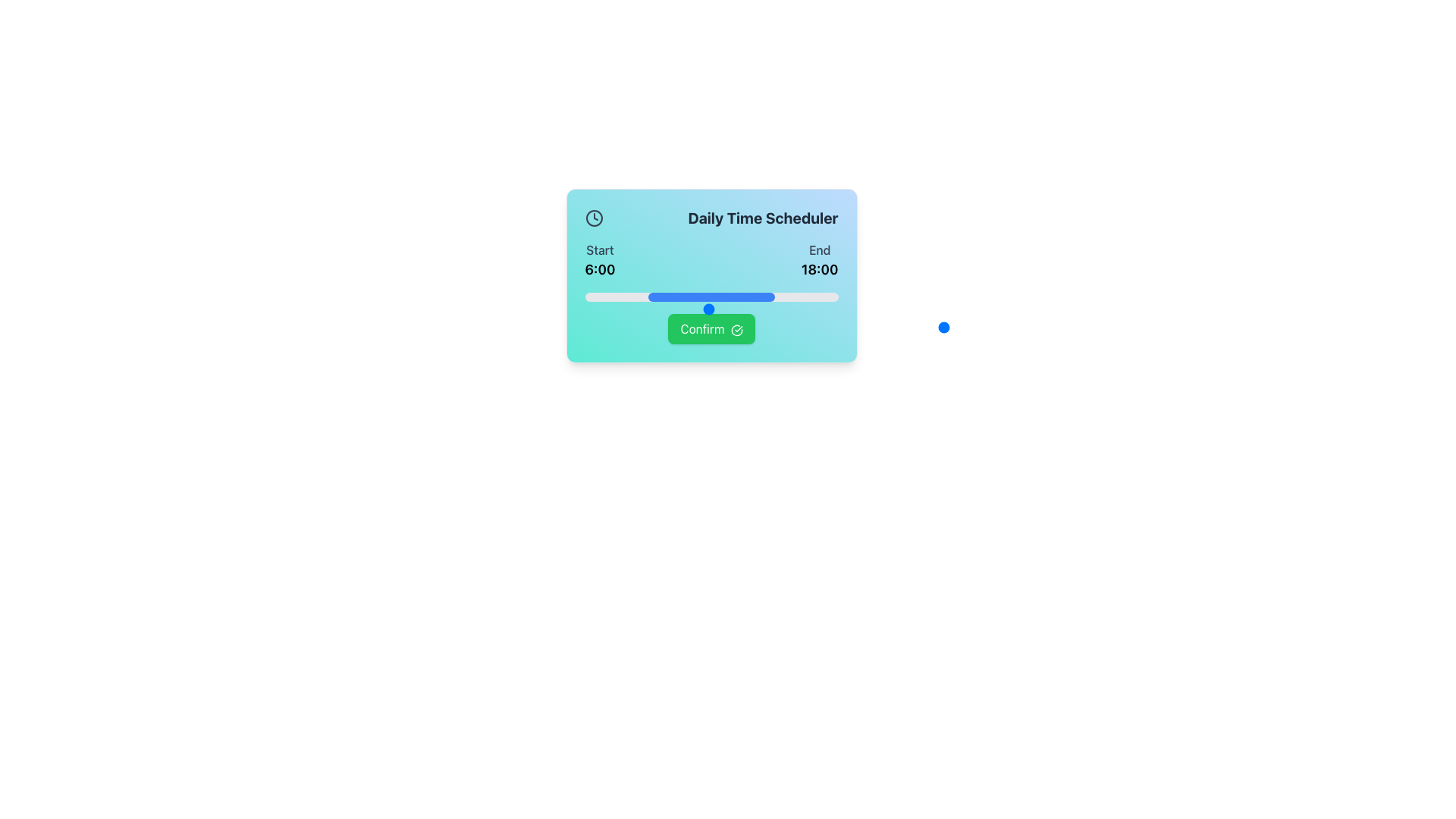 The height and width of the screenshot is (819, 1456). What do you see at coordinates (825, 309) in the screenshot?
I see `the time value` at bounding box center [825, 309].